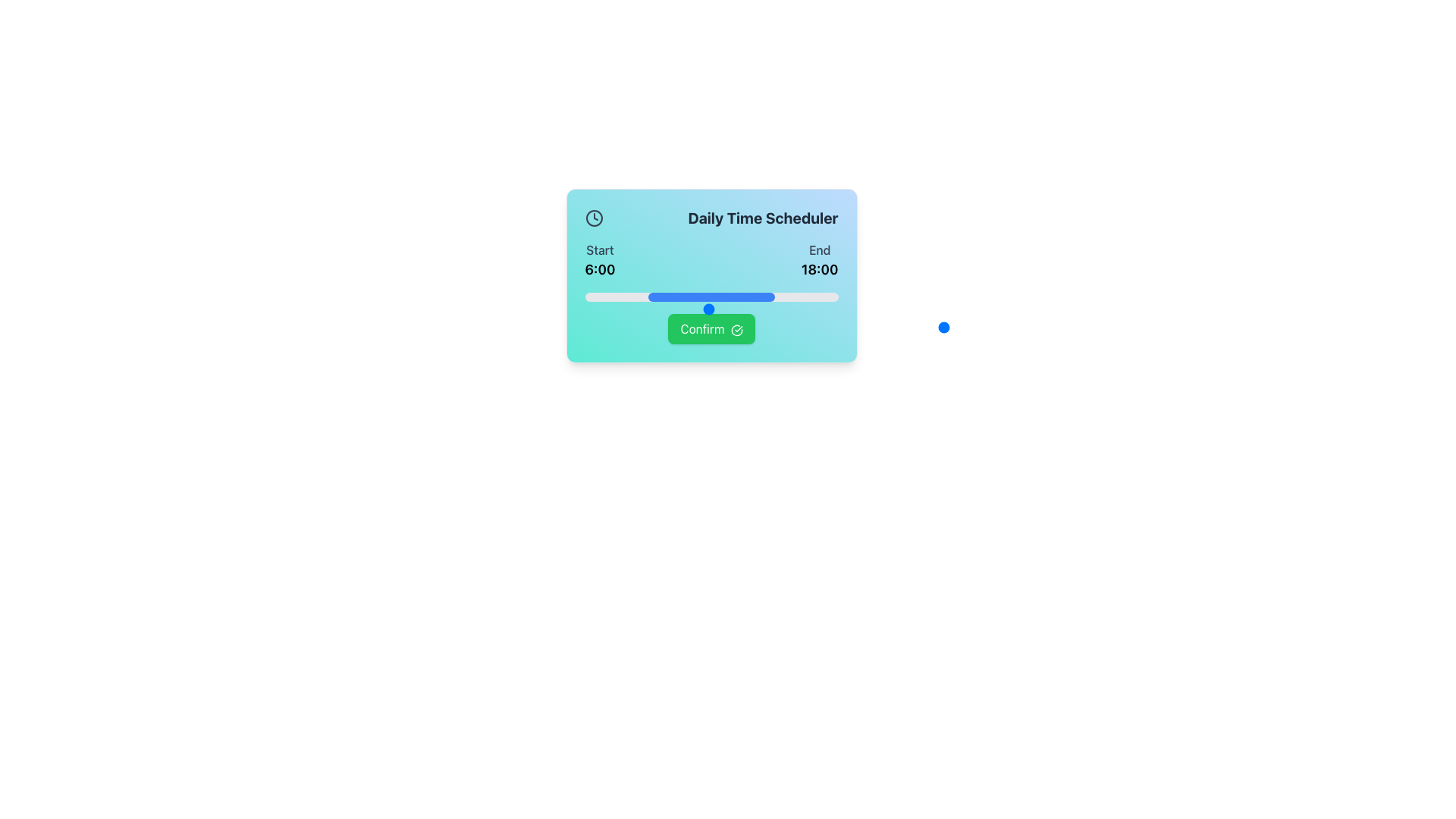 The height and width of the screenshot is (819, 1456). What do you see at coordinates (825, 309) in the screenshot?
I see `the time value` at bounding box center [825, 309].